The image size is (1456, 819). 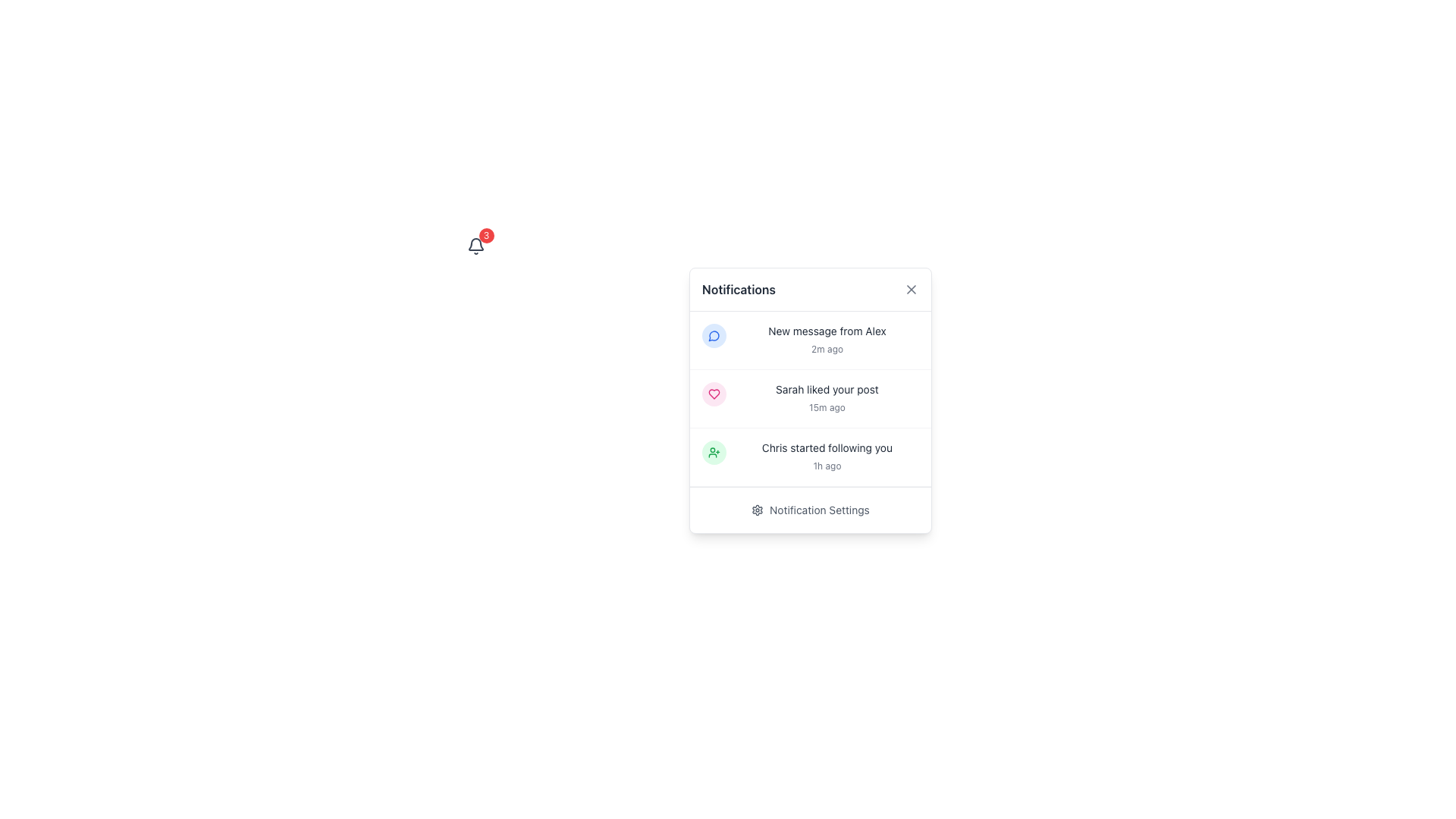 I want to click on the text label displaying 'New message from Alex', which is styled in a small font size with a dark gray color, indicating a notification at the top of a notification list, so click(x=826, y=330).